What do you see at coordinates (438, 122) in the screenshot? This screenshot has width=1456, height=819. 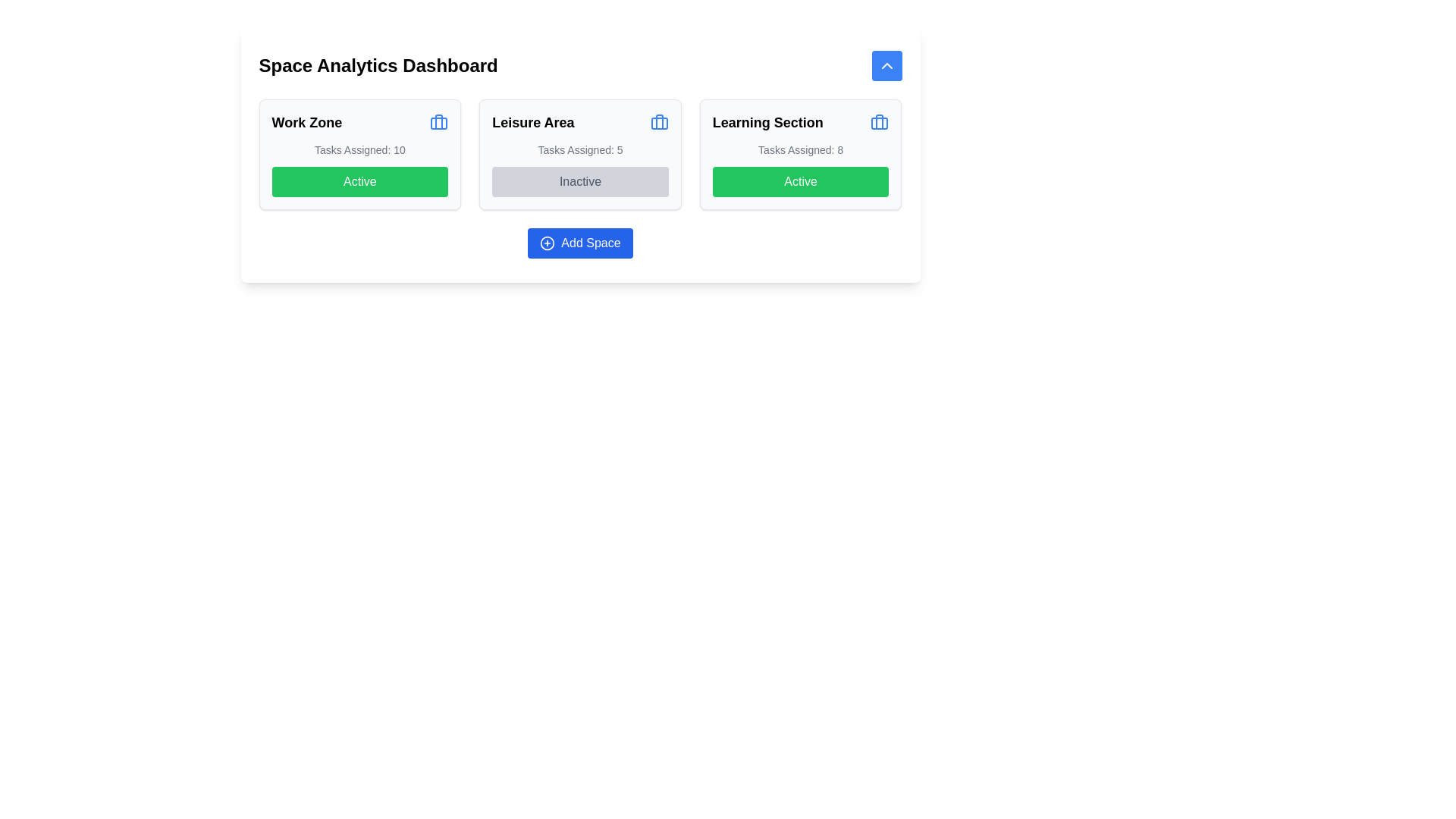 I see `the rectangular component inside the briefcase icon located at the top right of the 'Work Zone' card in the dashboard` at bounding box center [438, 122].